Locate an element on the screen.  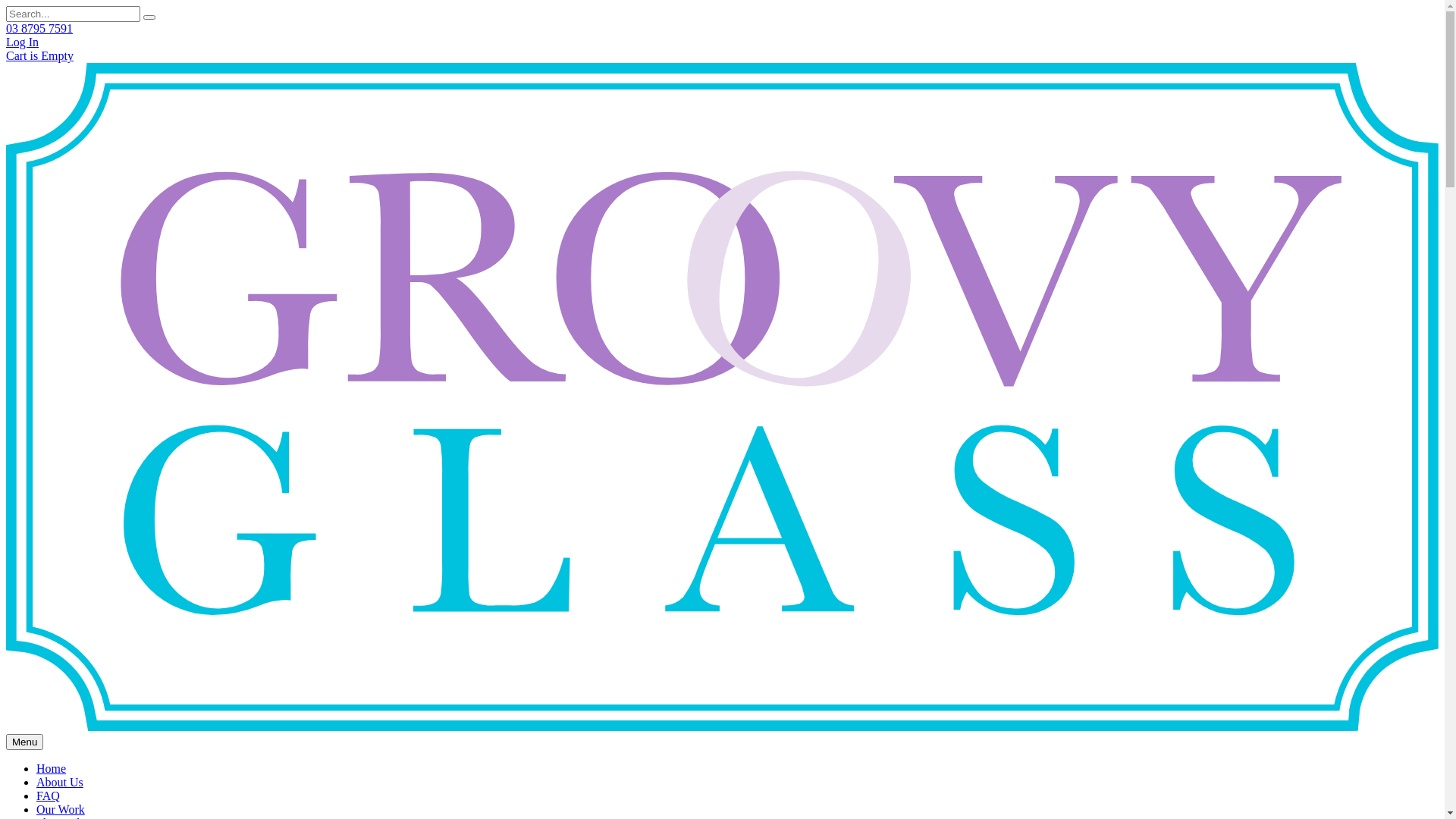
'03 8795 7591' is located at coordinates (6, 28).